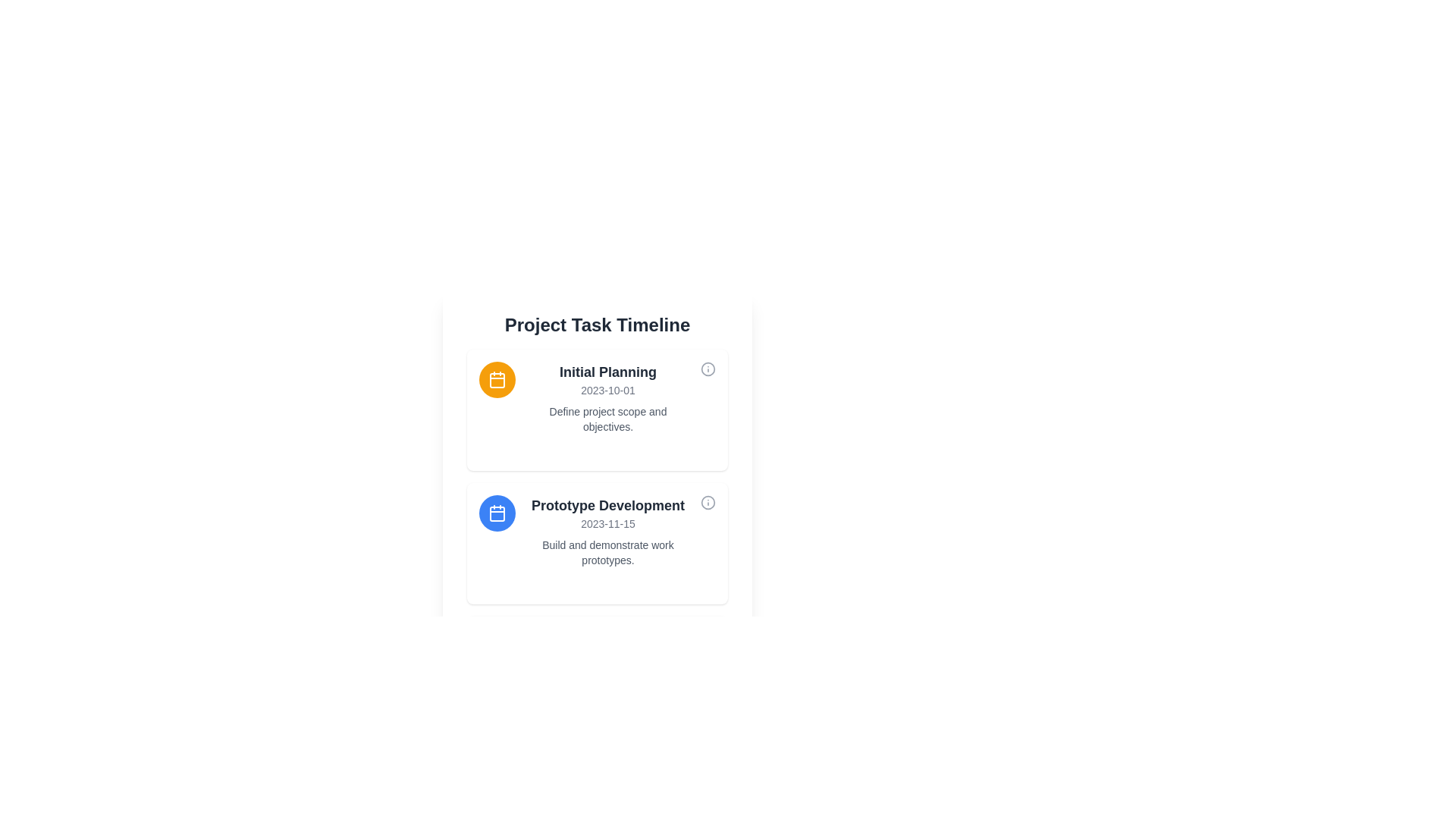  What do you see at coordinates (607, 553) in the screenshot?
I see `the descriptive text block that provides additional context for the 'Prototype Development' task in the 'Project Task Timeline' section, located below the title and date, and above the 'In Progress' status badge` at bounding box center [607, 553].